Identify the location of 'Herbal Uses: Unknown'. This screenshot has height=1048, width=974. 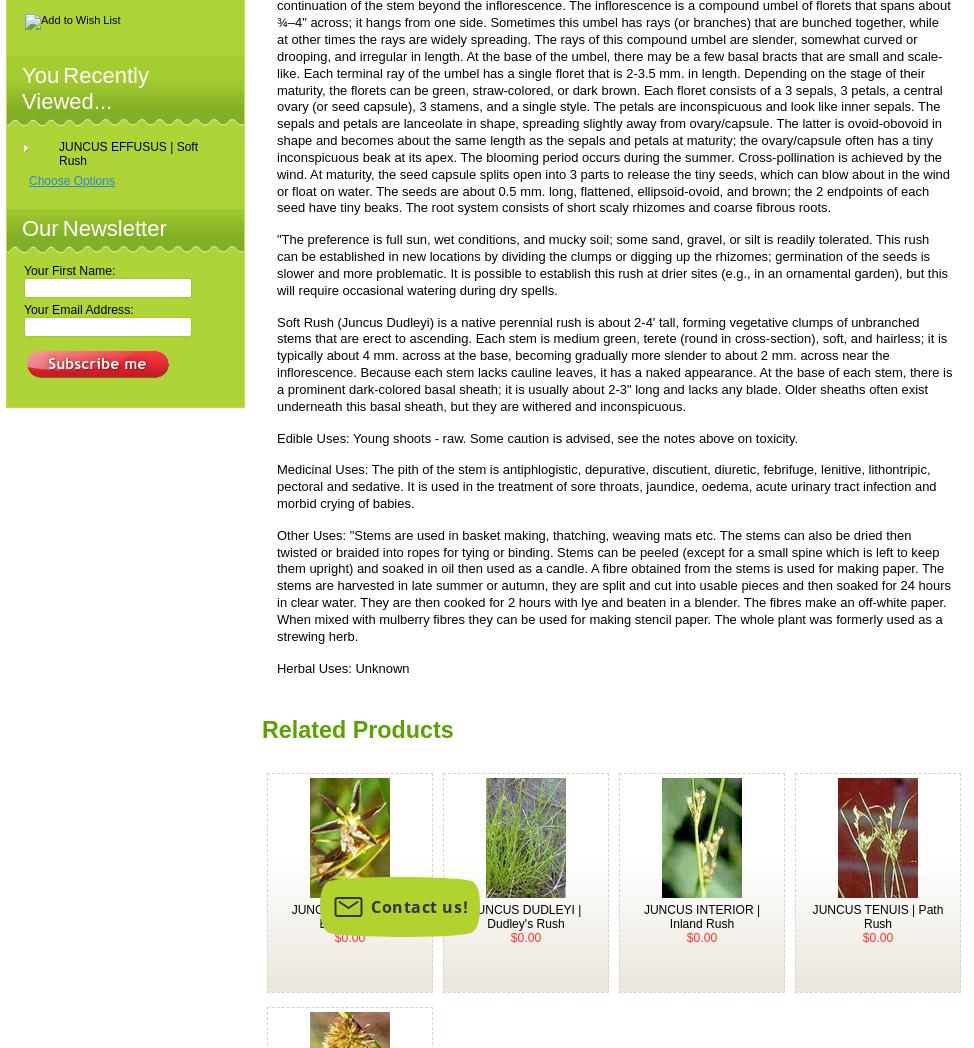
(343, 667).